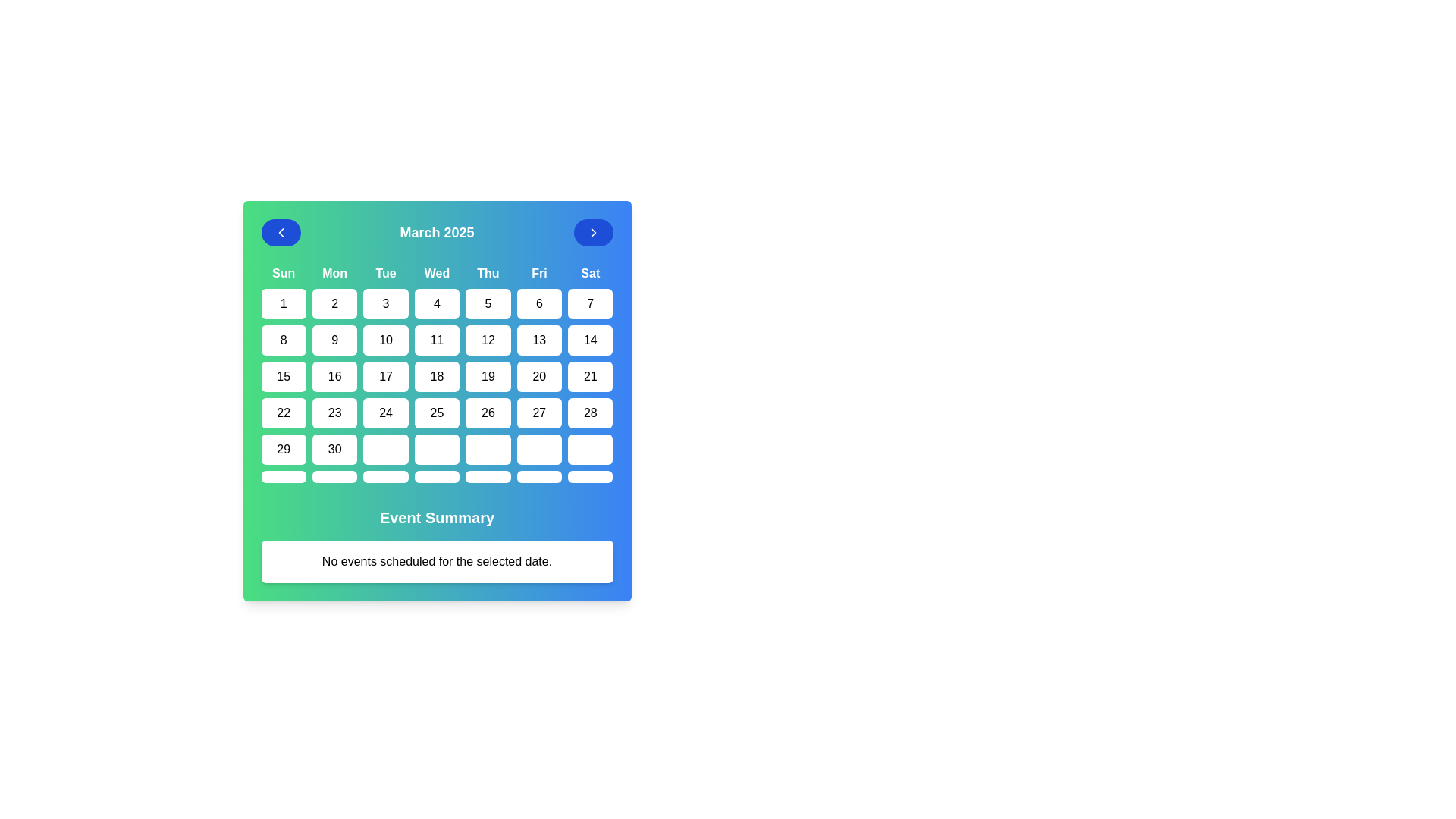 The image size is (1456, 819). I want to click on the button representing the 17th day in the monthly calendar view, so click(385, 376).